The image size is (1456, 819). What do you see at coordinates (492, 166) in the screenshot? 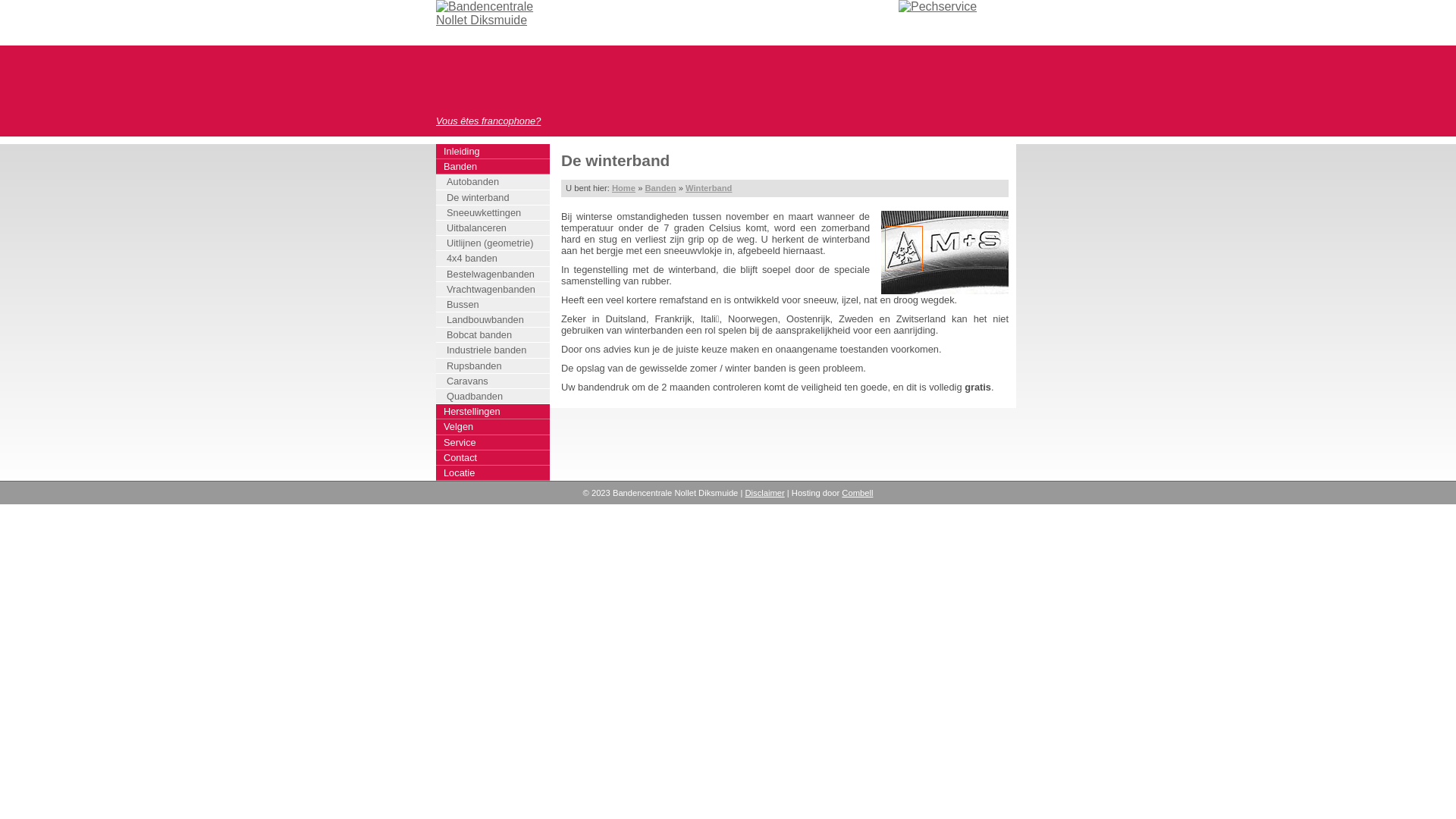
I see `'Banden'` at bounding box center [492, 166].